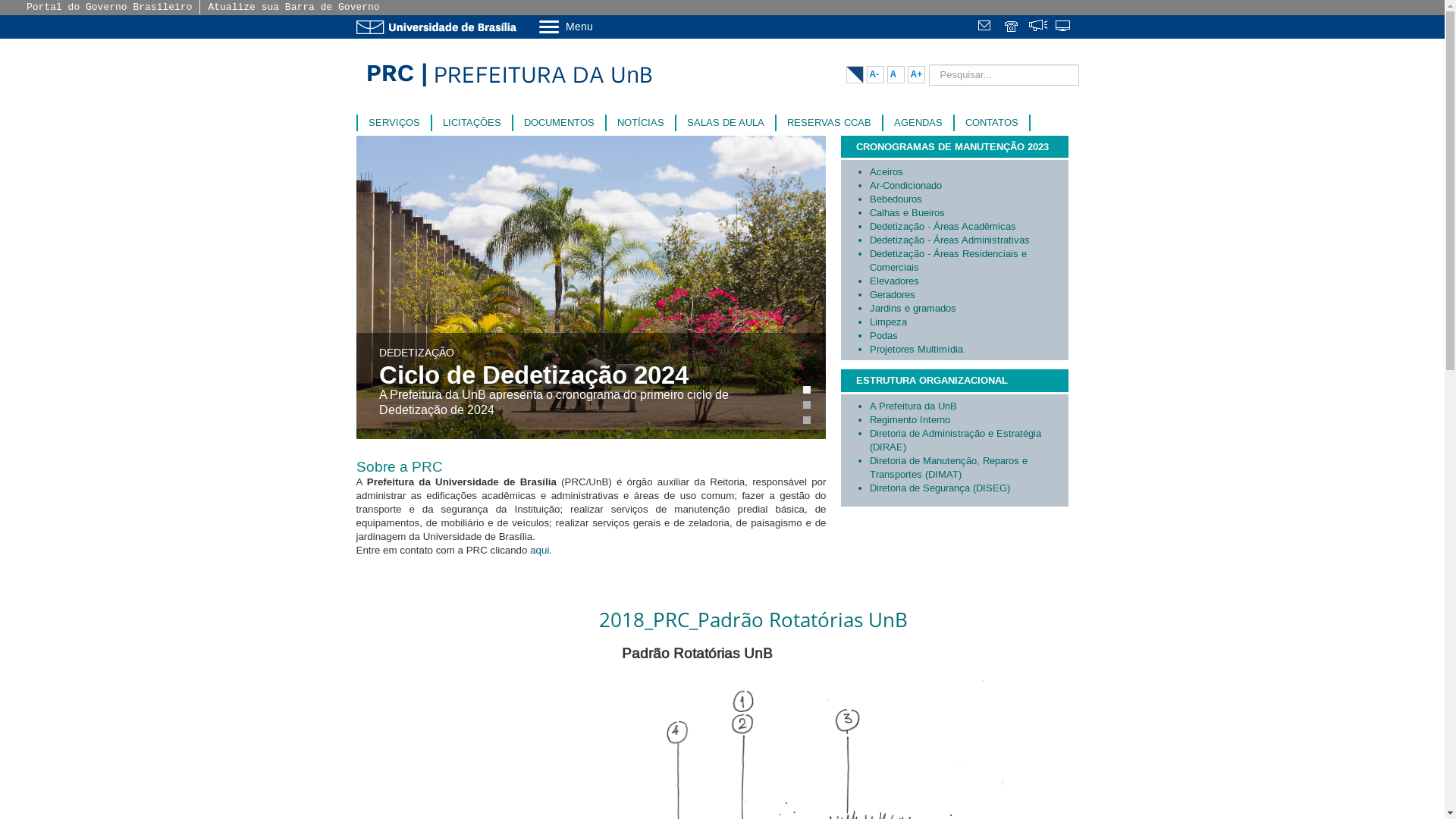 The width and height of the screenshot is (1456, 819). I want to click on ' ', so click(1062, 27).